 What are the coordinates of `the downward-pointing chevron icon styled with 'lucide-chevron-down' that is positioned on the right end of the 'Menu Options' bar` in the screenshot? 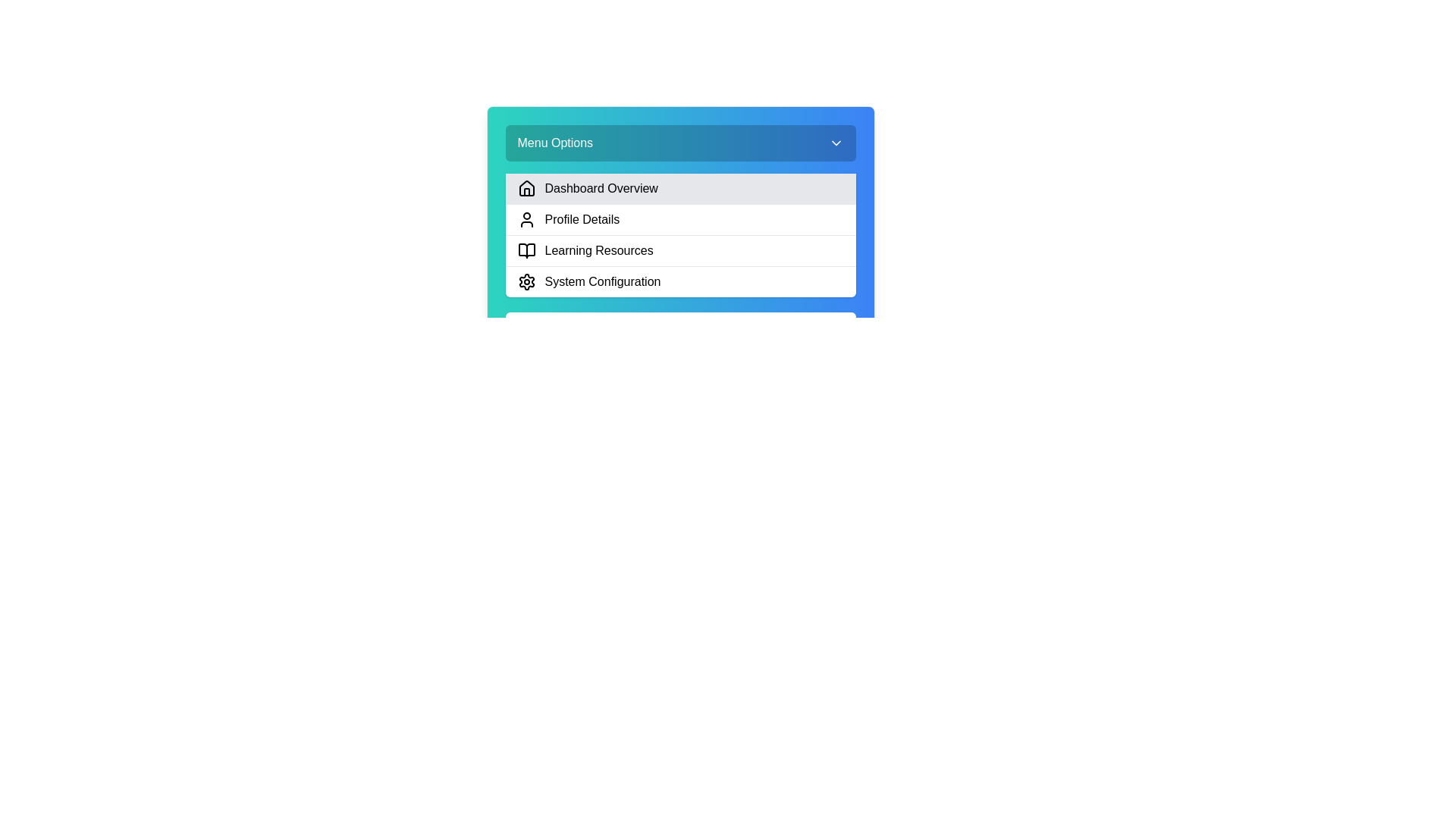 It's located at (835, 143).